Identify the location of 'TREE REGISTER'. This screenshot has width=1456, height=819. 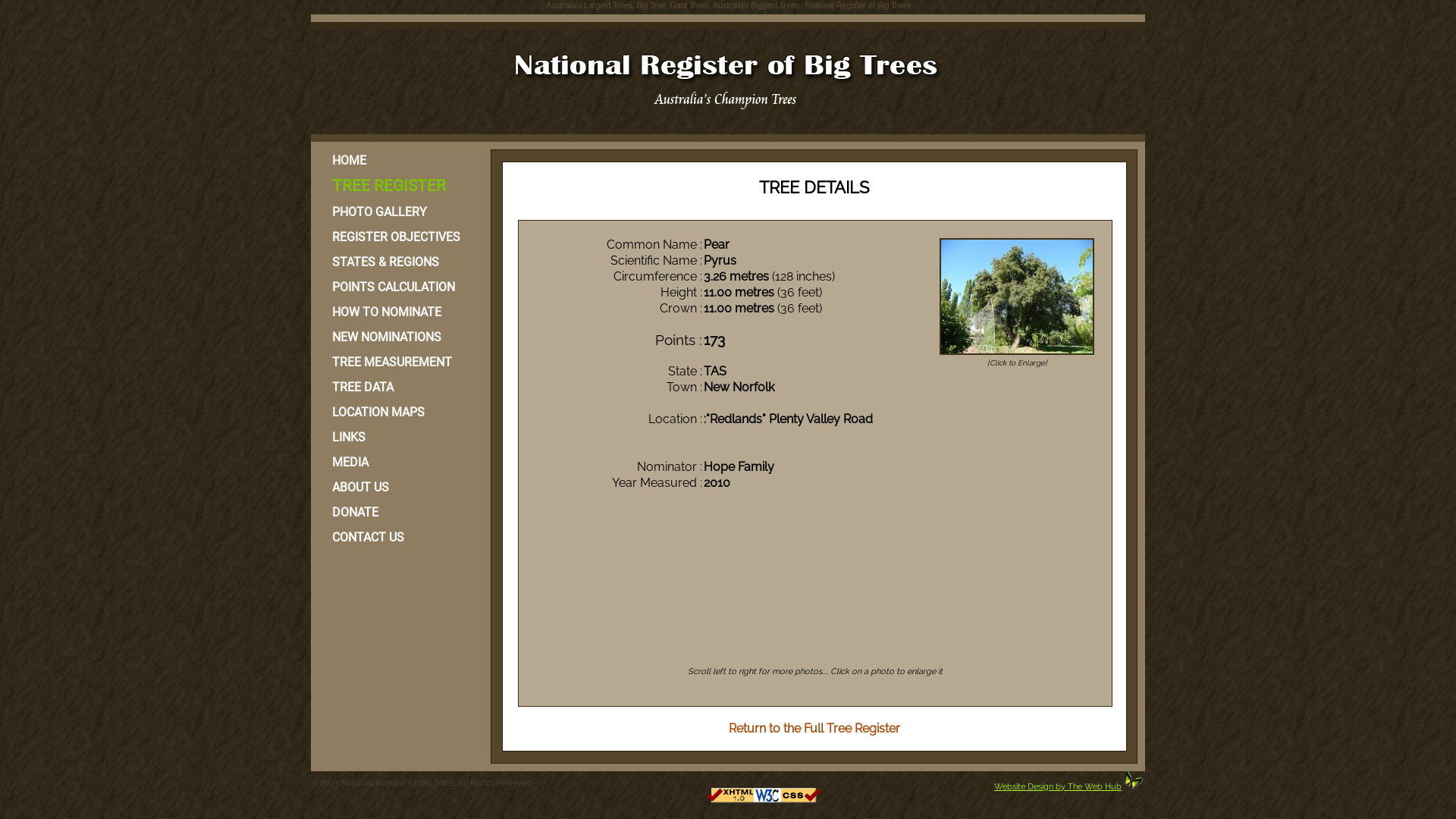
(399, 185).